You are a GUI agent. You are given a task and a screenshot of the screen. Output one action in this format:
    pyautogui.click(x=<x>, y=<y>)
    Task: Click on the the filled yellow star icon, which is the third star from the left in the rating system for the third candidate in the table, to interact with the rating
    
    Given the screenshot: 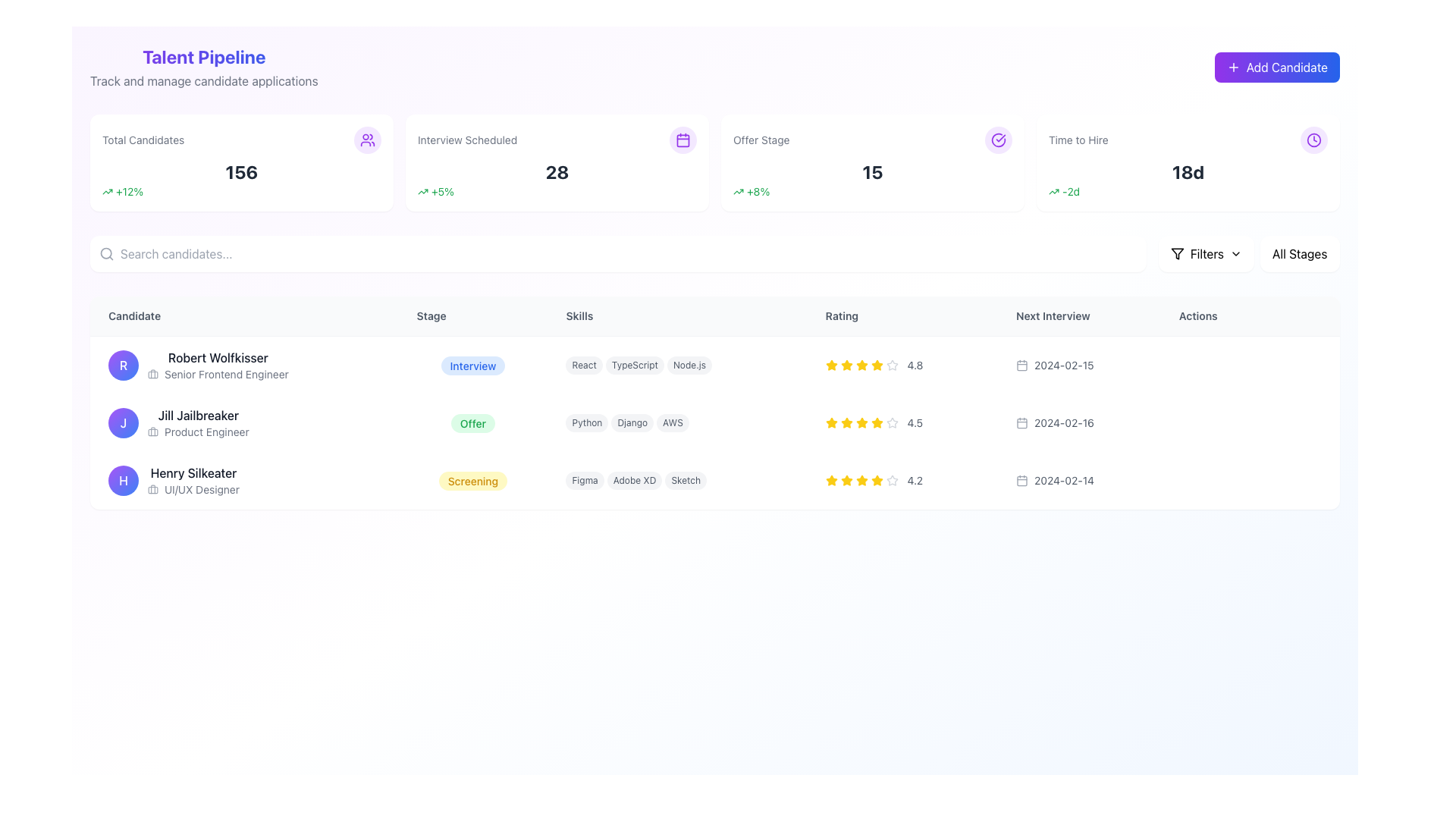 What is the action you would take?
    pyautogui.click(x=830, y=480)
    